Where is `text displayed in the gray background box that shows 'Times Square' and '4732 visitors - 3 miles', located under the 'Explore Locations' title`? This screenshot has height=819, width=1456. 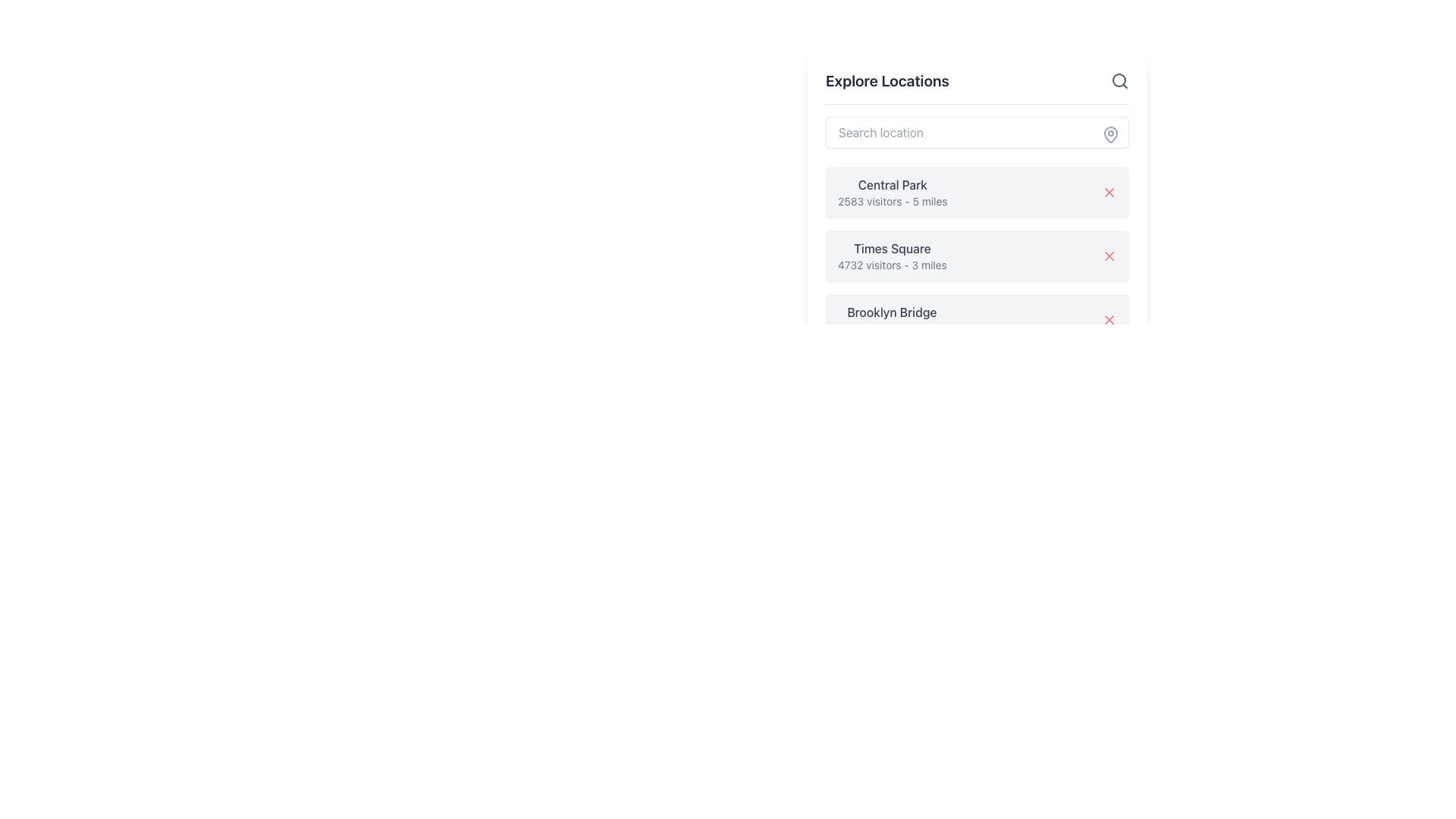
text displayed in the gray background box that shows 'Times Square' and '4732 visitors - 3 miles', located under the 'Explore Locations' title is located at coordinates (892, 256).